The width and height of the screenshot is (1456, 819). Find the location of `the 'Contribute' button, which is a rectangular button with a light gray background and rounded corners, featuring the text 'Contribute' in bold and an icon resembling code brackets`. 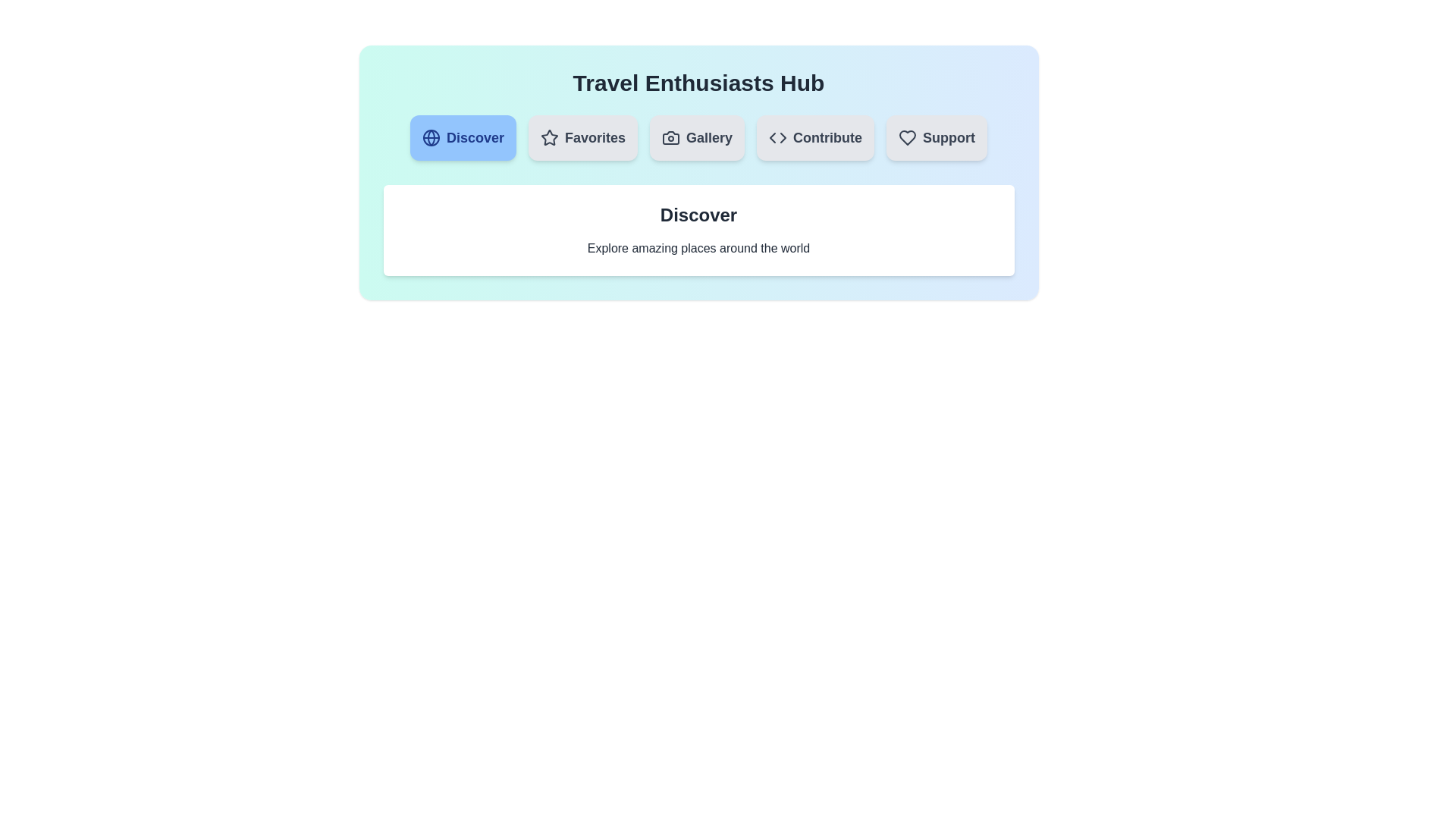

the 'Contribute' button, which is a rectangular button with a light gray background and rounded corners, featuring the text 'Contribute' in bold and an icon resembling code brackets is located at coordinates (814, 137).